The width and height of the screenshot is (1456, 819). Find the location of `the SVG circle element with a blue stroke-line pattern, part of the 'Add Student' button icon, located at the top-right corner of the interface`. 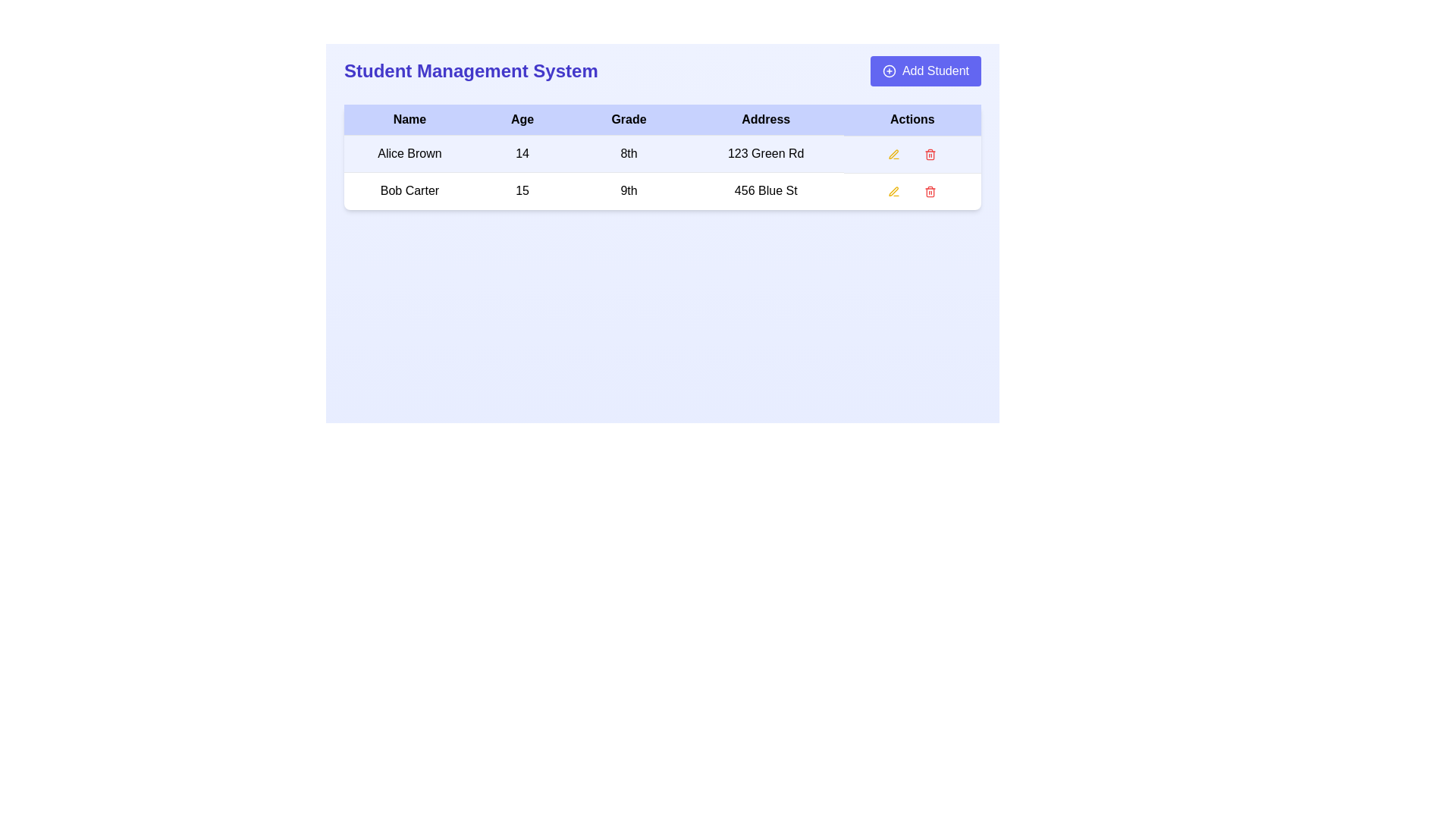

the SVG circle element with a blue stroke-line pattern, part of the 'Add Student' button icon, located at the top-right corner of the interface is located at coordinates (889, 71).